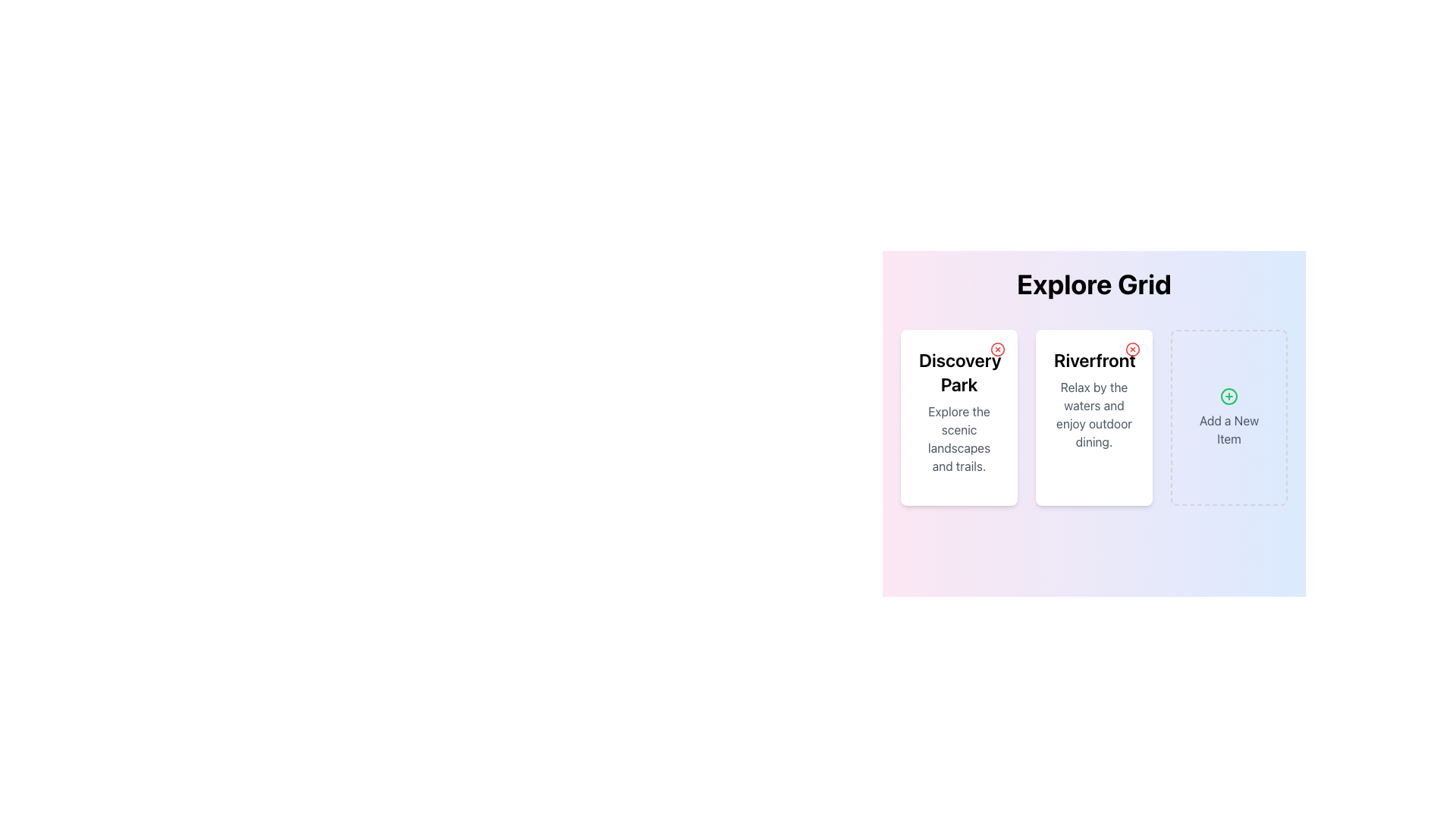 This screenshot has width=1456, height=819. I want to click on the informative label located at the bottom of the right-most card in a 3-card horizontal layout, which indicates the purpose of adding a new item to a list, so click(1229, 430).